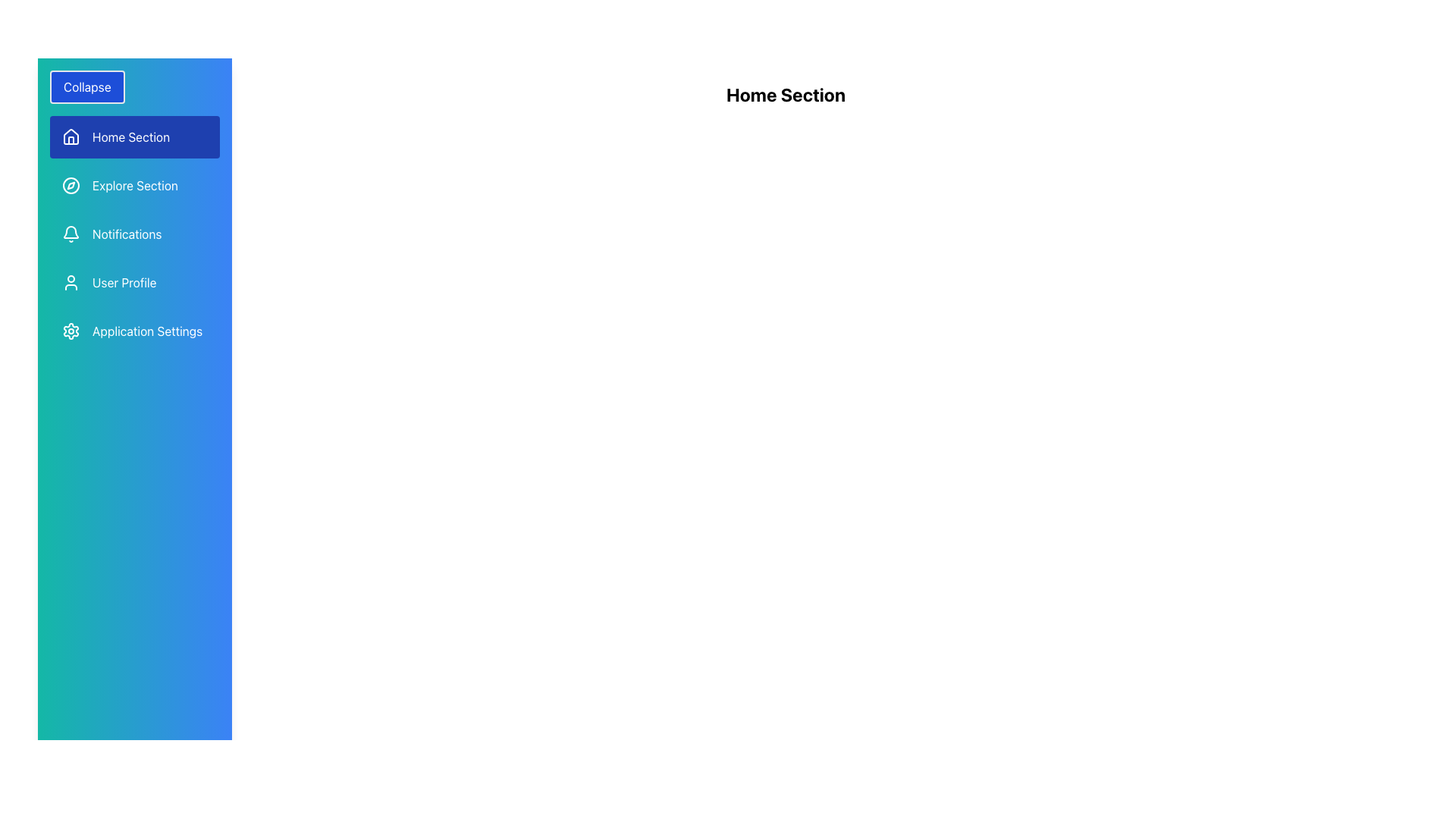 The height and width of the screenshot is (819, 1456). I want to click on the 'Notifications' button, which is a rectangular button with a bell icon and white text, located in the sidebar below 'Explore Section' and above 'User Profile', so click(134, 234).